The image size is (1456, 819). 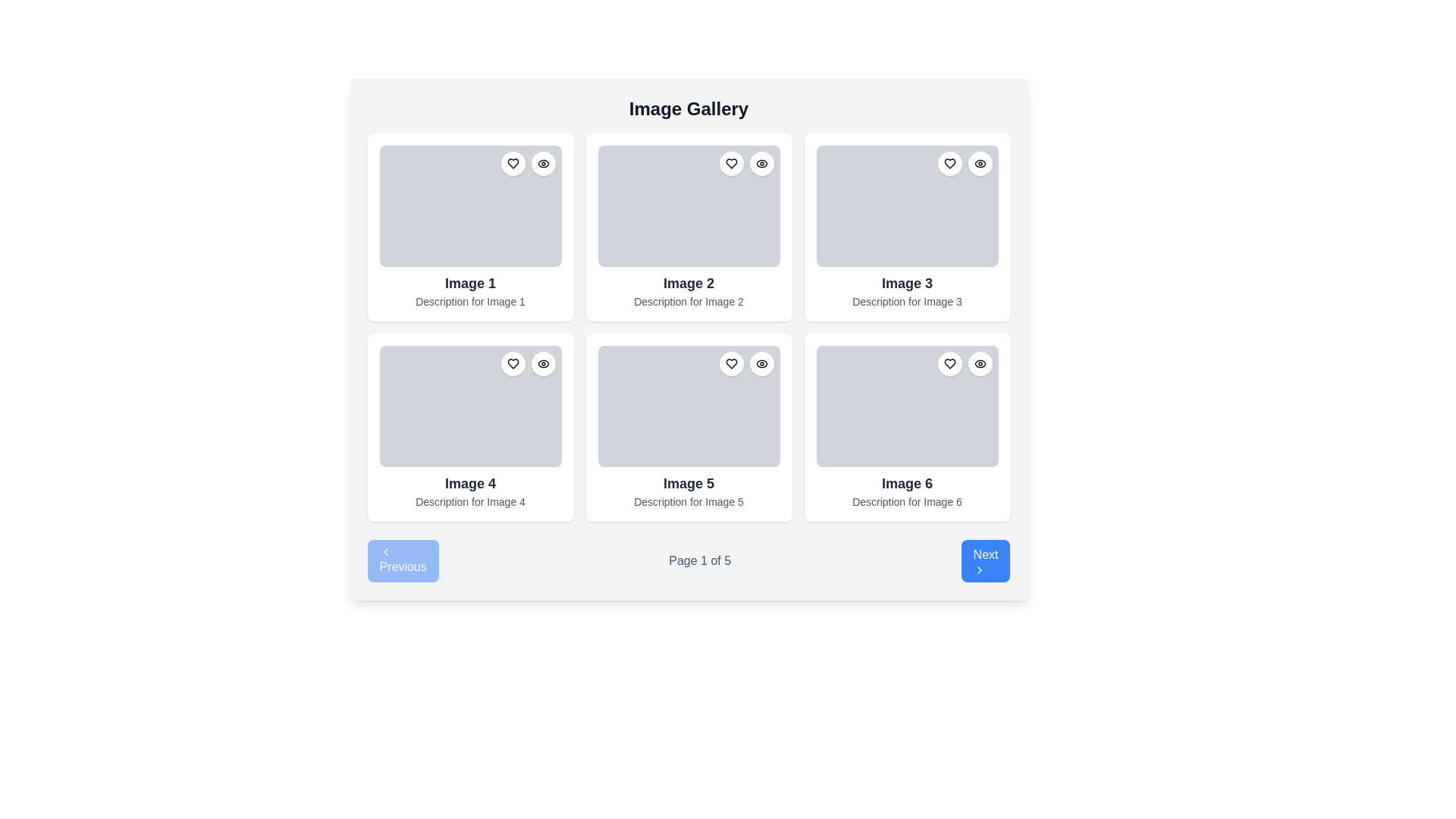 I want to click on the heart icon button located at the upper-right corner of the sixth image in the image gallery to like or unlike the image, so click(x=949, y=363).